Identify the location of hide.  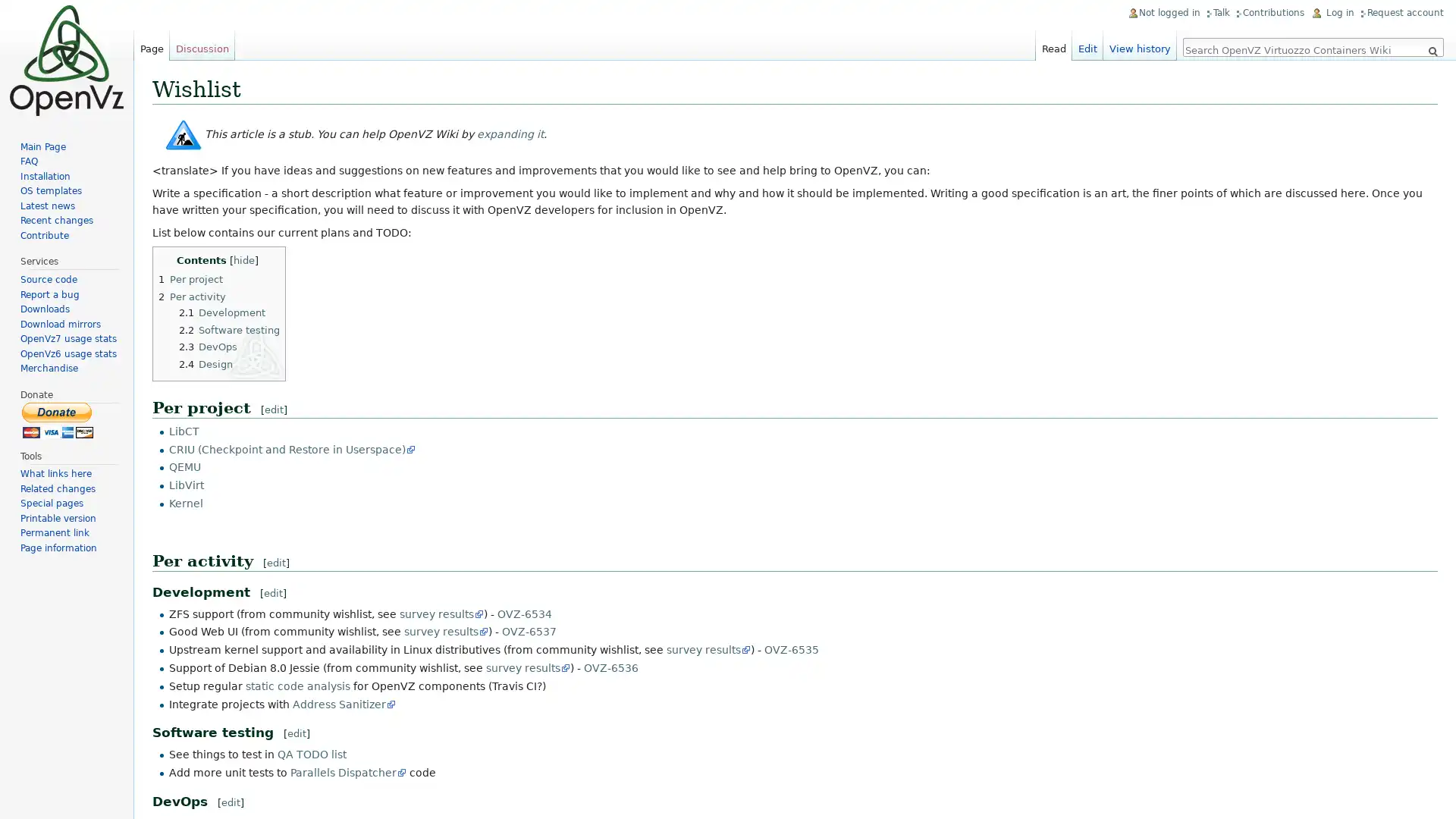
(243, 259).